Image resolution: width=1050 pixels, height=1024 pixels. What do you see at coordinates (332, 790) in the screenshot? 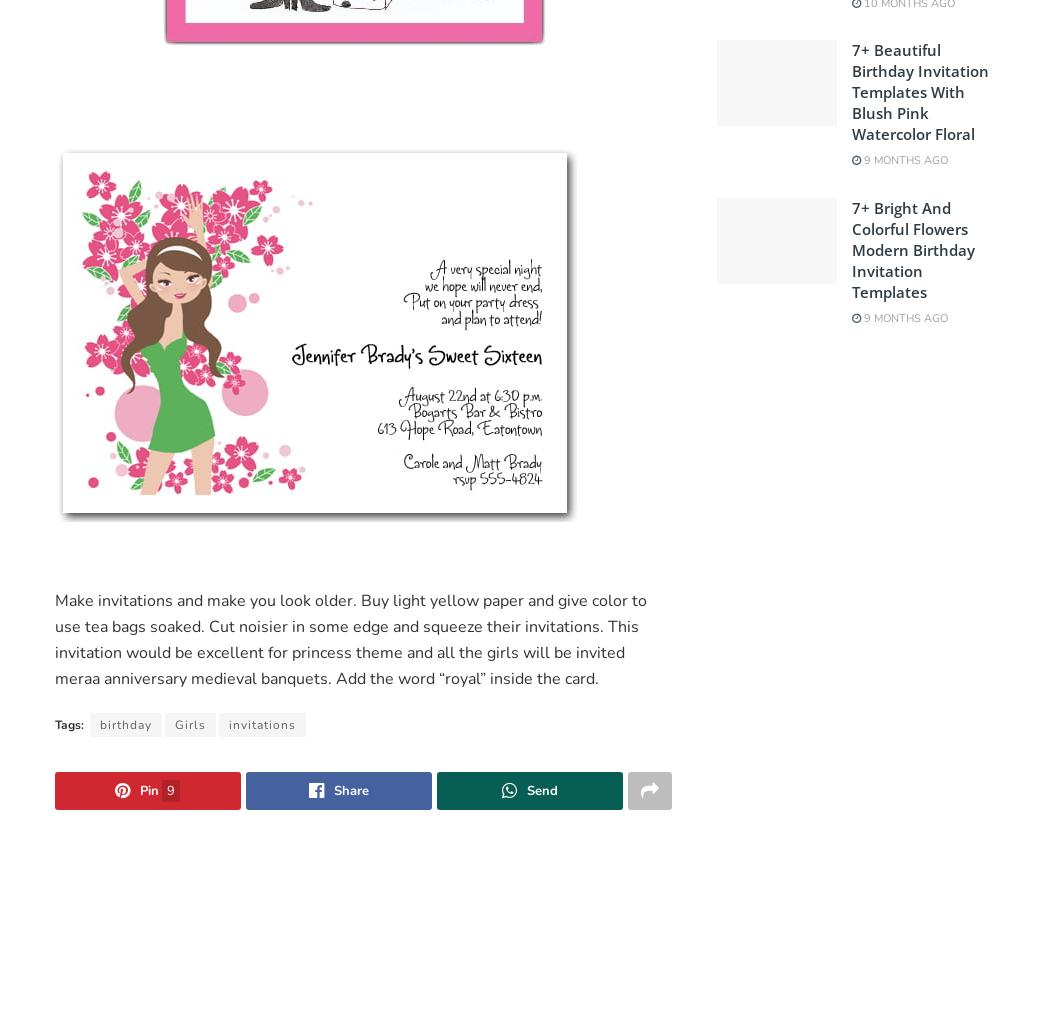
I see `'Share'` at bounding box center [332, 790].